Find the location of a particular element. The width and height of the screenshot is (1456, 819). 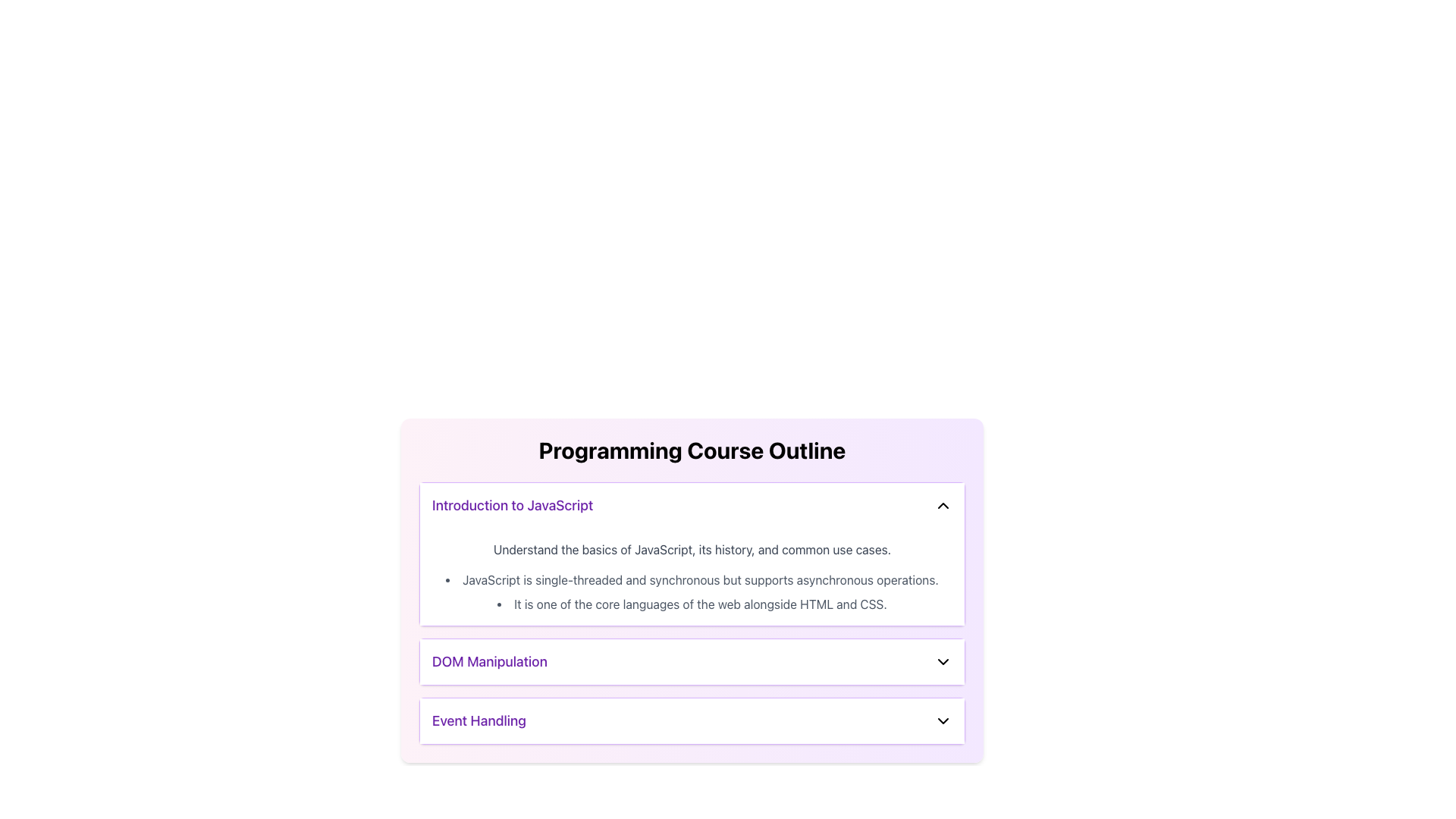

the 'DOM Manipulation' expanding panel in the programming course outline is located at coordinates (691, 661).